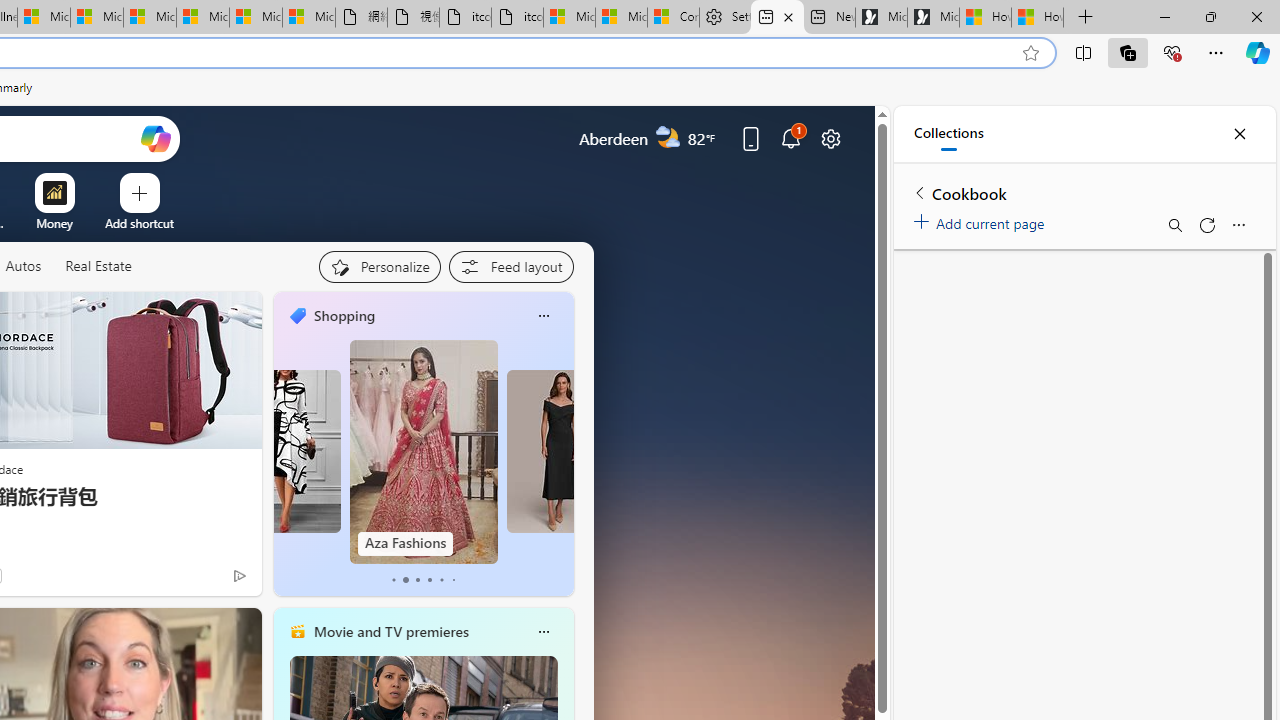  What do you see at coordinates (392, 579) in the screenshot?
I see `'tab-0'` at bounding box center [392, 579].